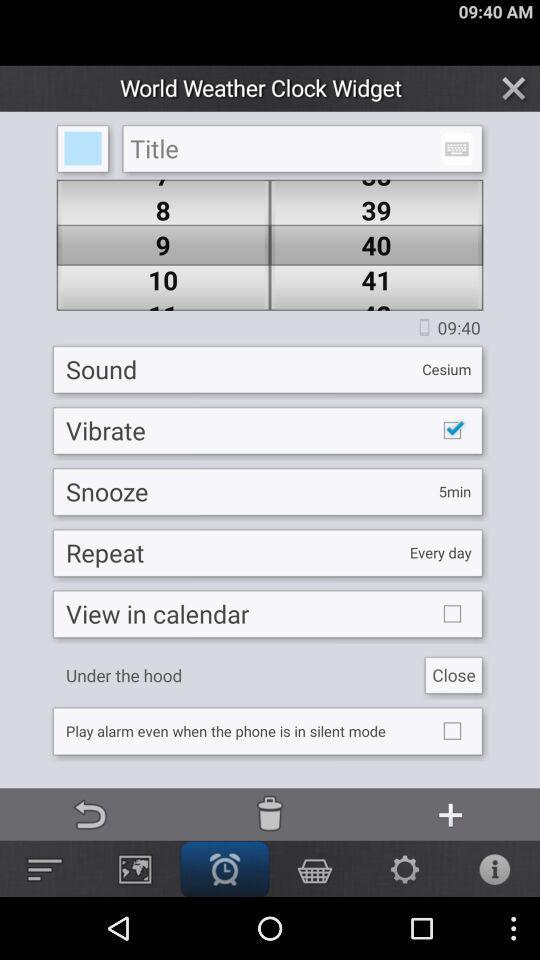 This screenshot has height=960, width=540. I want to click on title, so click(301, 148).